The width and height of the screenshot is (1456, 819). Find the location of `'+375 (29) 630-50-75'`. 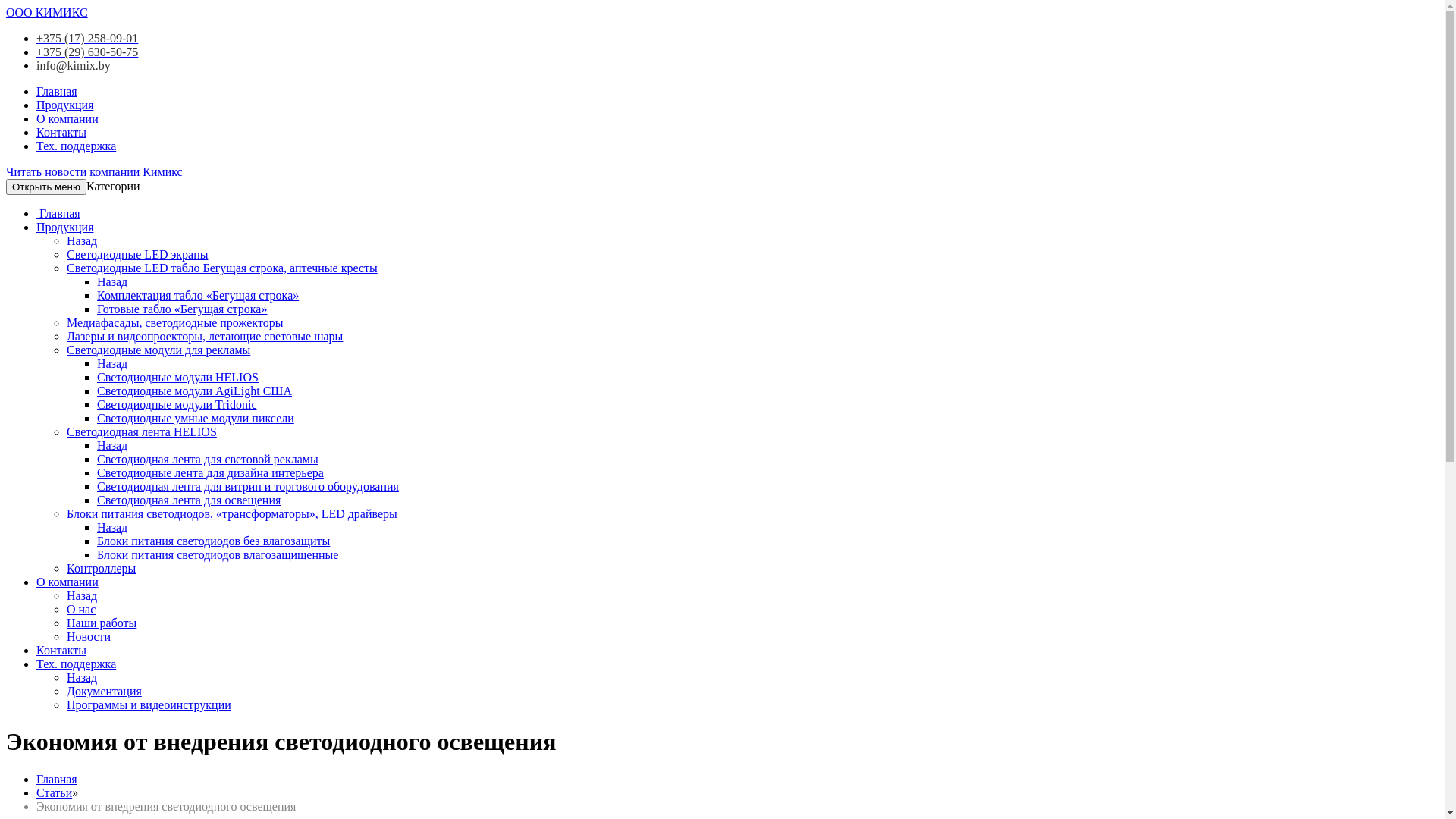

'+375 (29) 630-50-75' is located at coordinates (86, 51).